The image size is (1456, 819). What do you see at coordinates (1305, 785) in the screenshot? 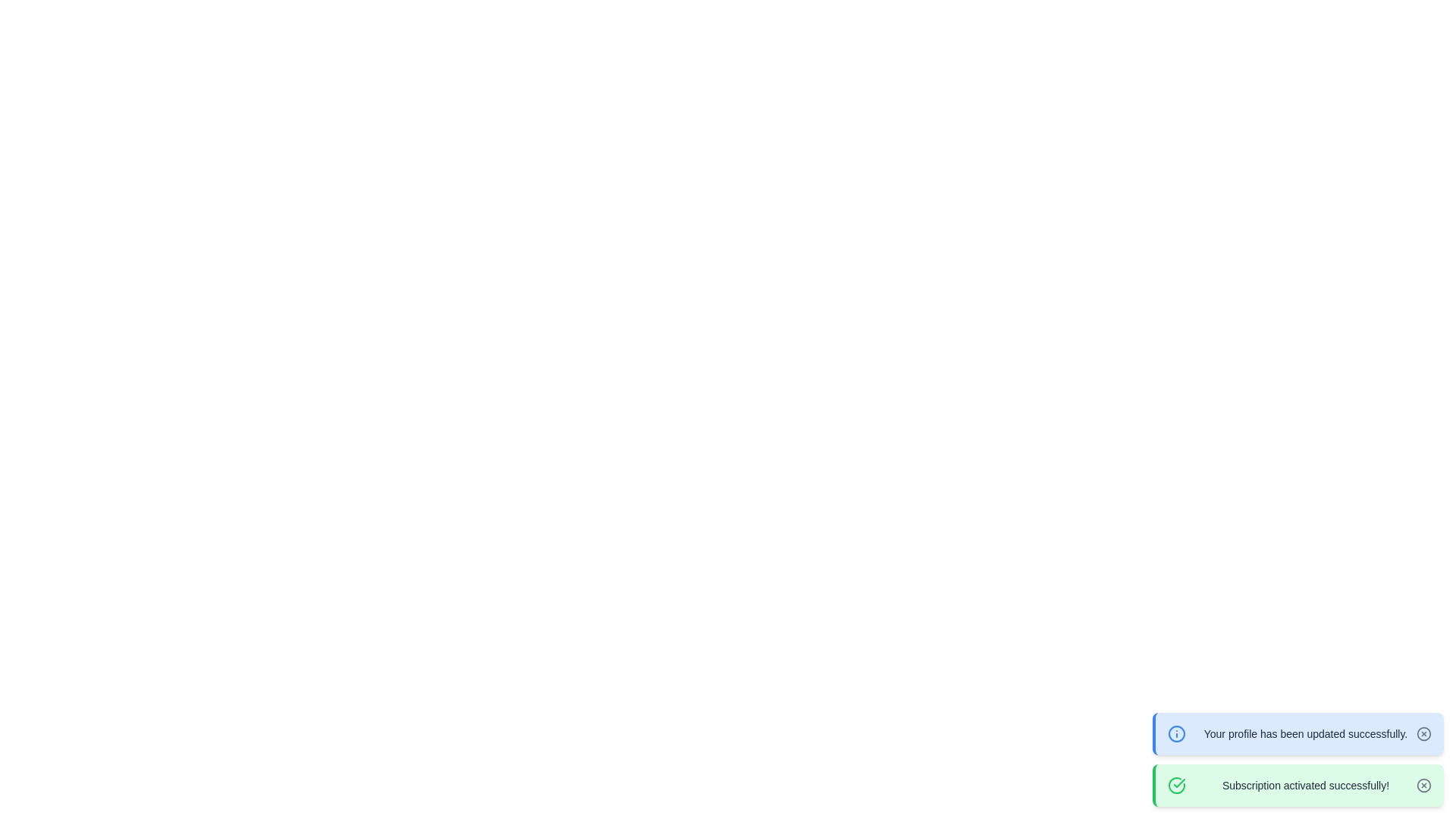
I see `the confirmation message static text indicating successful subscription activation, which is displayed in a notification box with a light green background and green border` at bounding box center [1305, 785].